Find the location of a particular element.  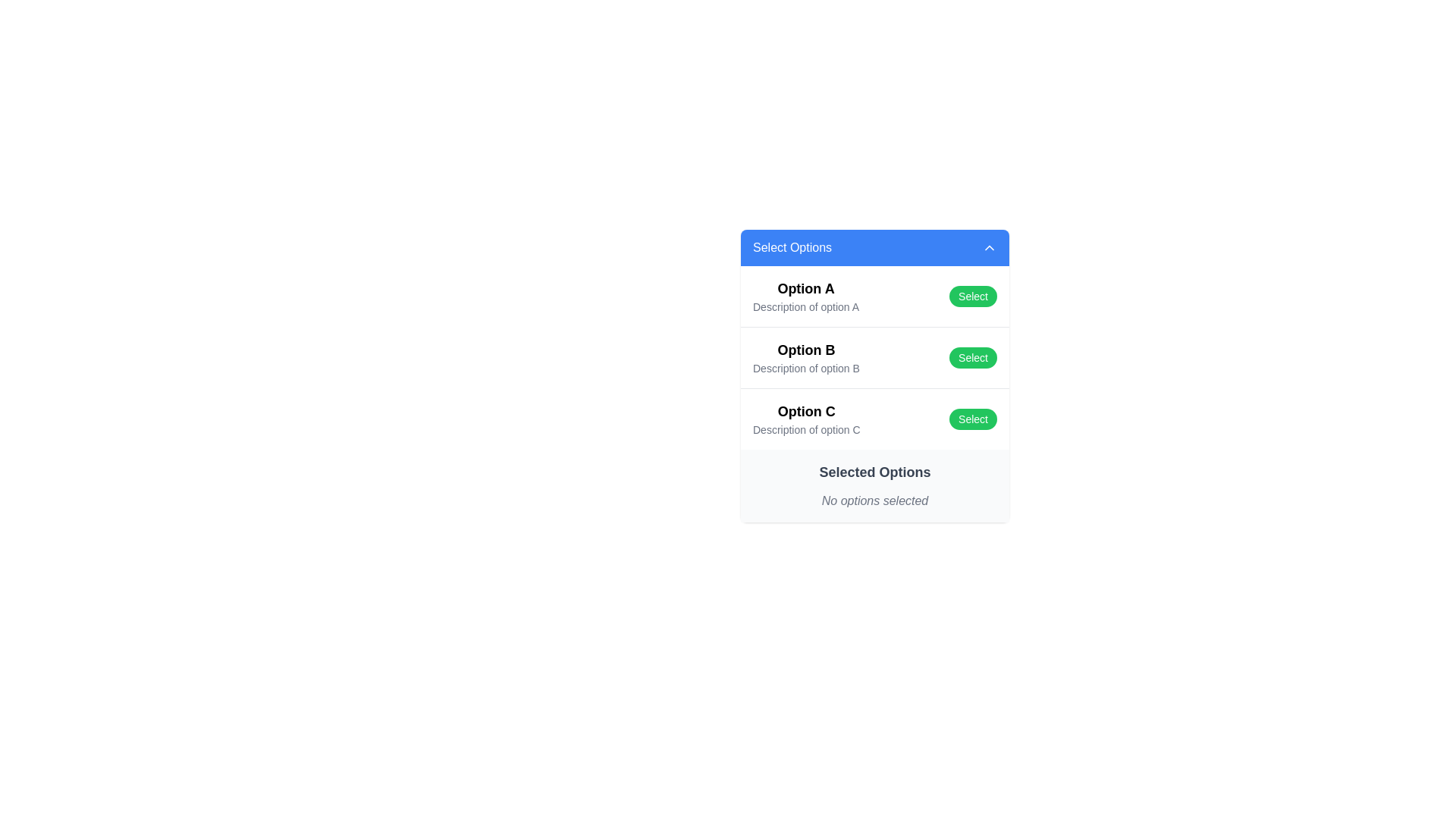

the text element displaying 'Description of option B', which is located beneath the 'Option B' header and aligned in the second option group is located at coordinates (805, 369).